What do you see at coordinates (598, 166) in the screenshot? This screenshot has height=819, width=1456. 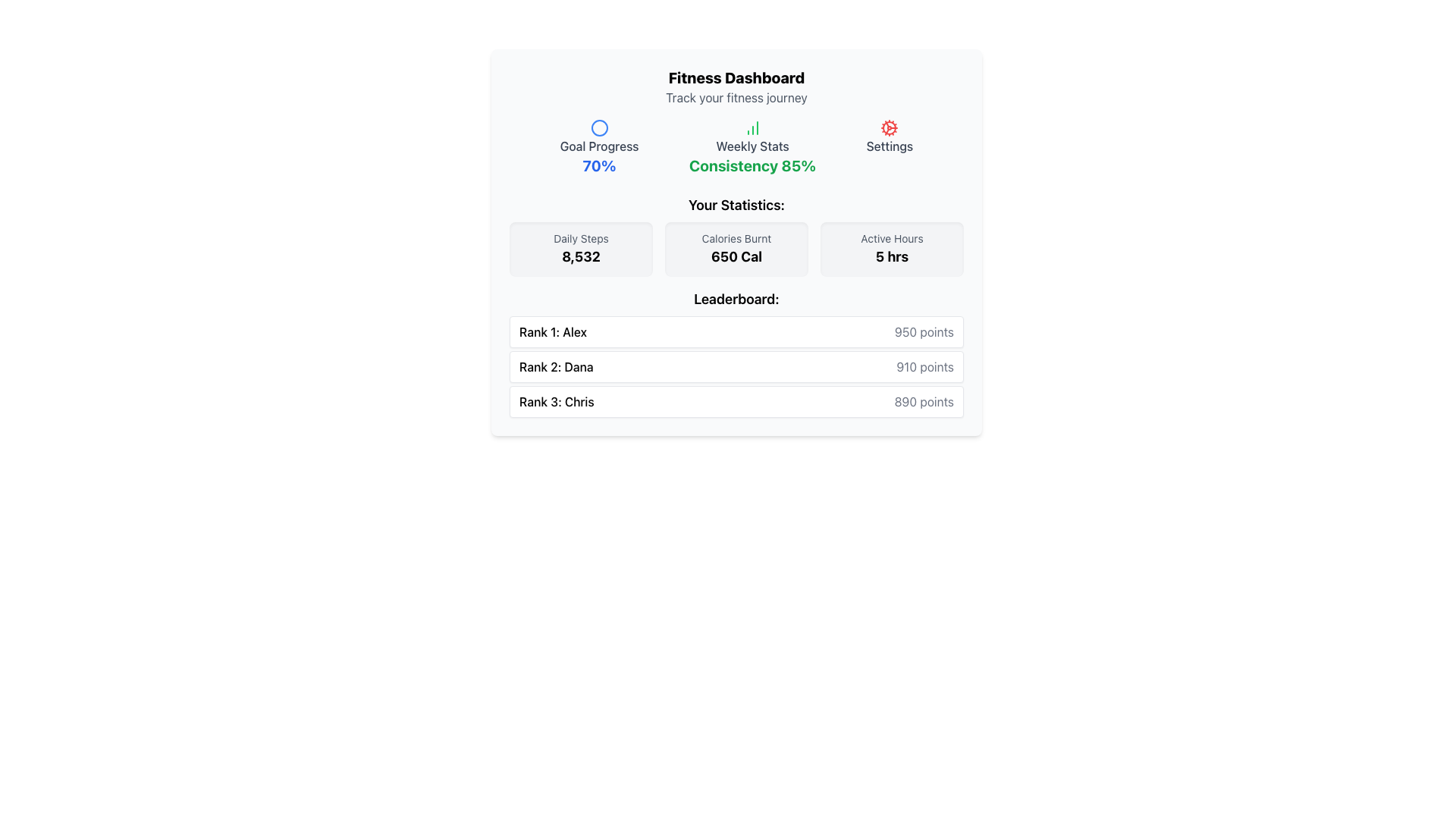 I see `the Static Text displaying the progress percentage, located under the 'Goal Progress' label and above the main dashboard area` at bounding box center [598, 166].